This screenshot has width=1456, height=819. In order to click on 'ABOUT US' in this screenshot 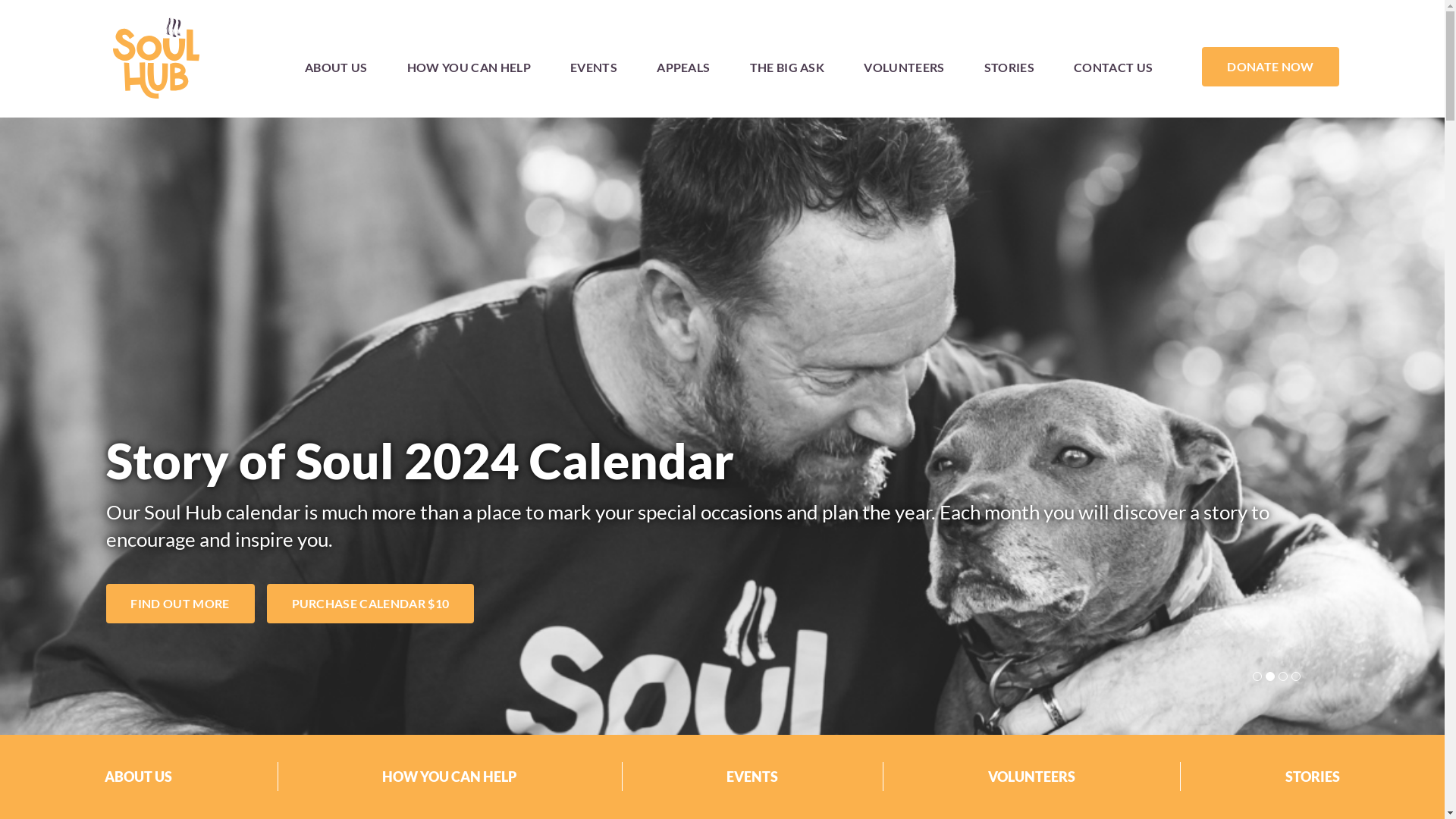, I will do `click(284, 65)`.